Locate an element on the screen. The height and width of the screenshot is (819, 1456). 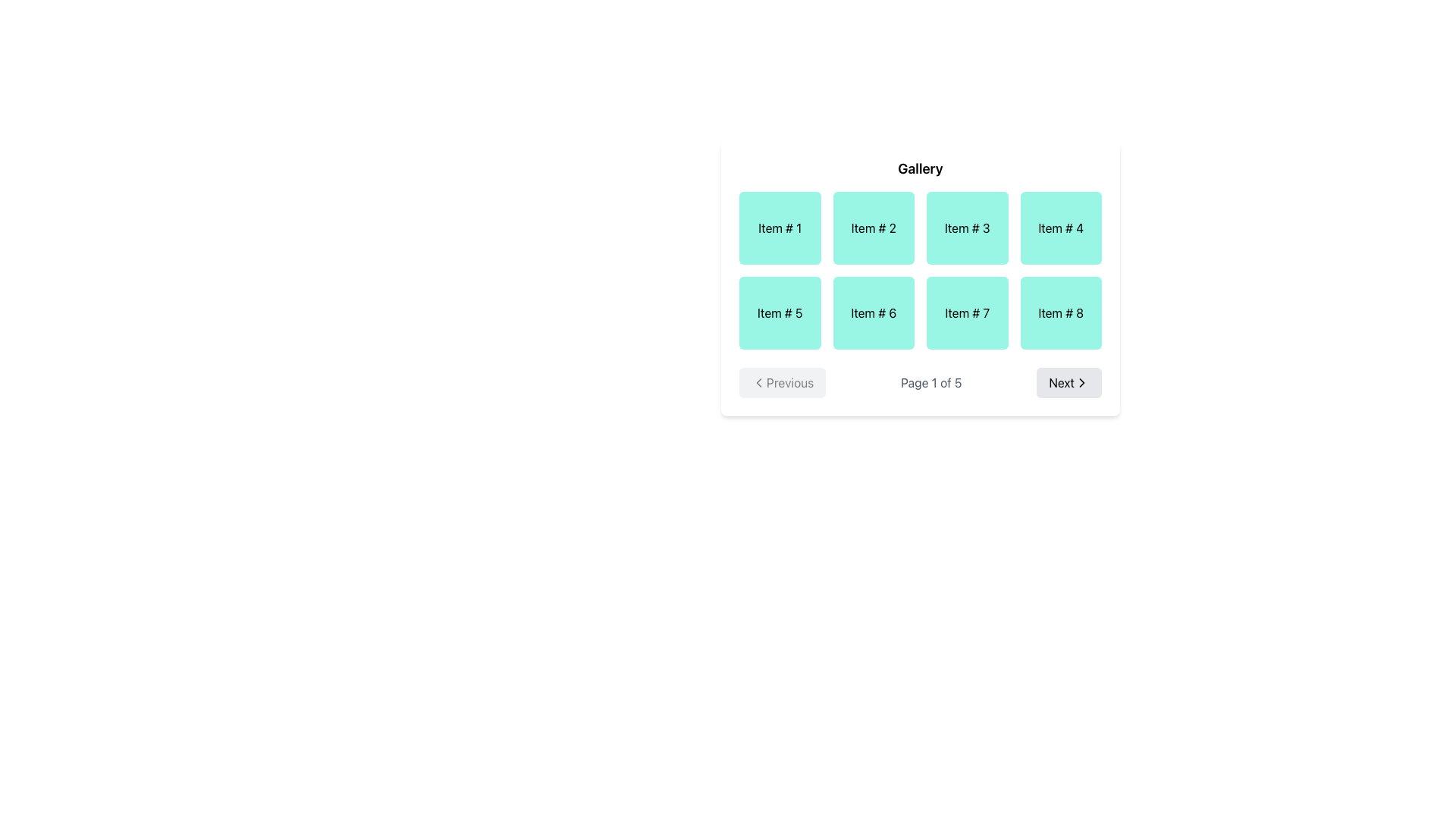
text label 'Item # 6' located in the second row, second column of the grid layout is located at coordinates (874, 312).